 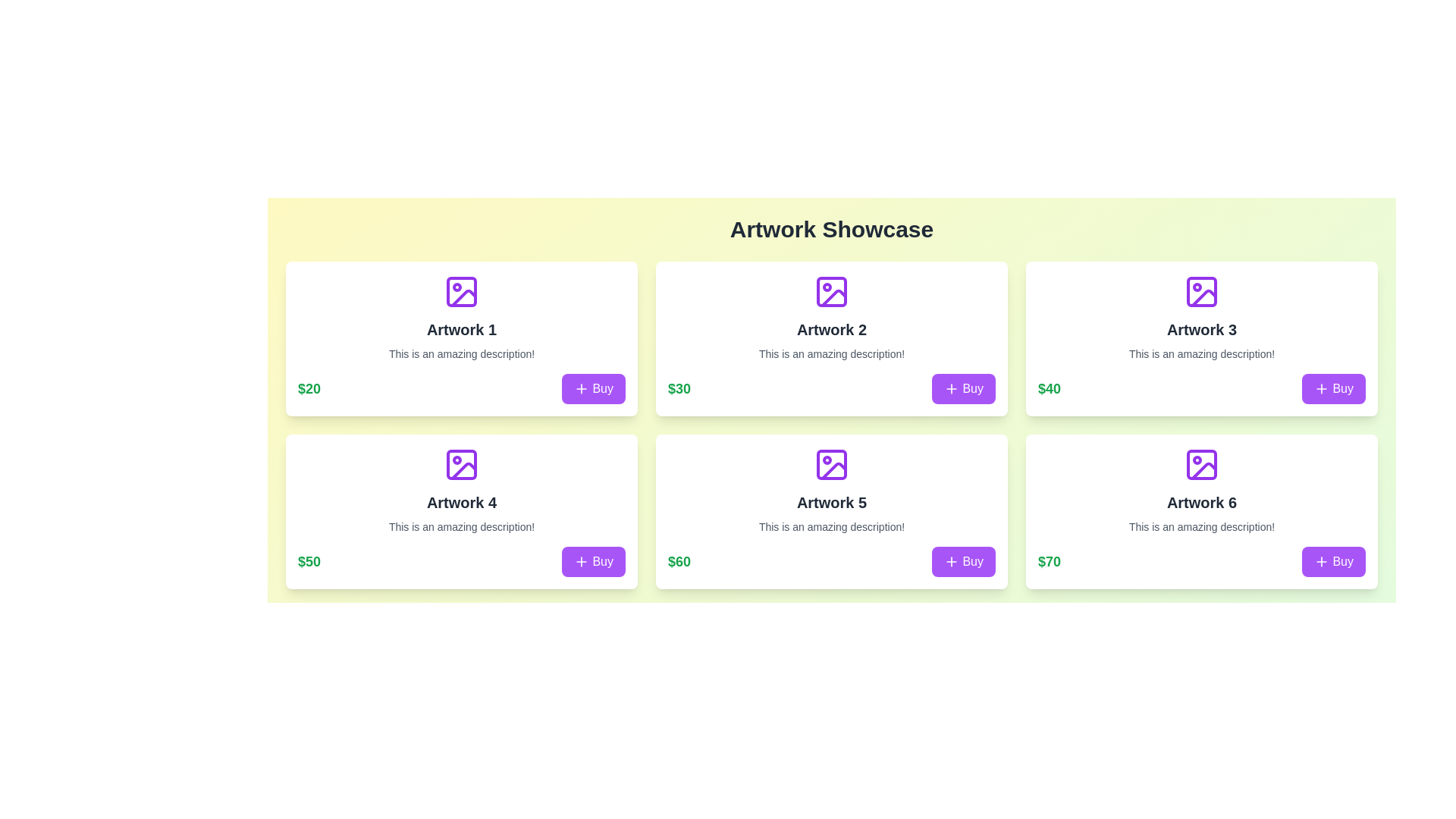 I want to click on descriptive text label for the 'Artwork 3' item, located in the central card of the second row, positioned between the title and the price and 'Buy' button, so click(x=1200, y=353).